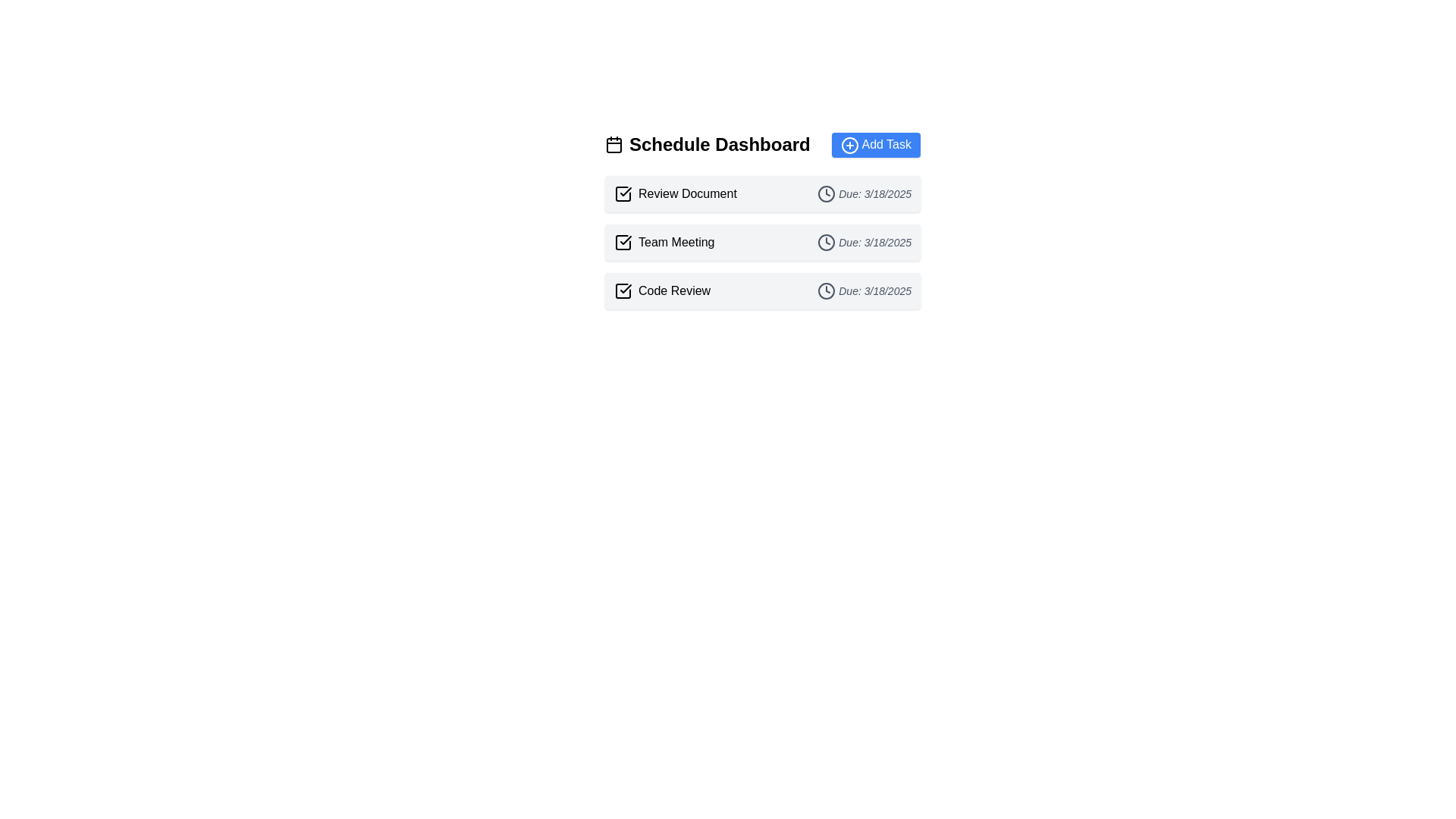 Image resolution: width=1456 pixels, height=819 pixels. Describe the element at coordinates (623, 241) in the screenshot. I see `the interactive checkbox for the 'Team Meeting' task` at that location.